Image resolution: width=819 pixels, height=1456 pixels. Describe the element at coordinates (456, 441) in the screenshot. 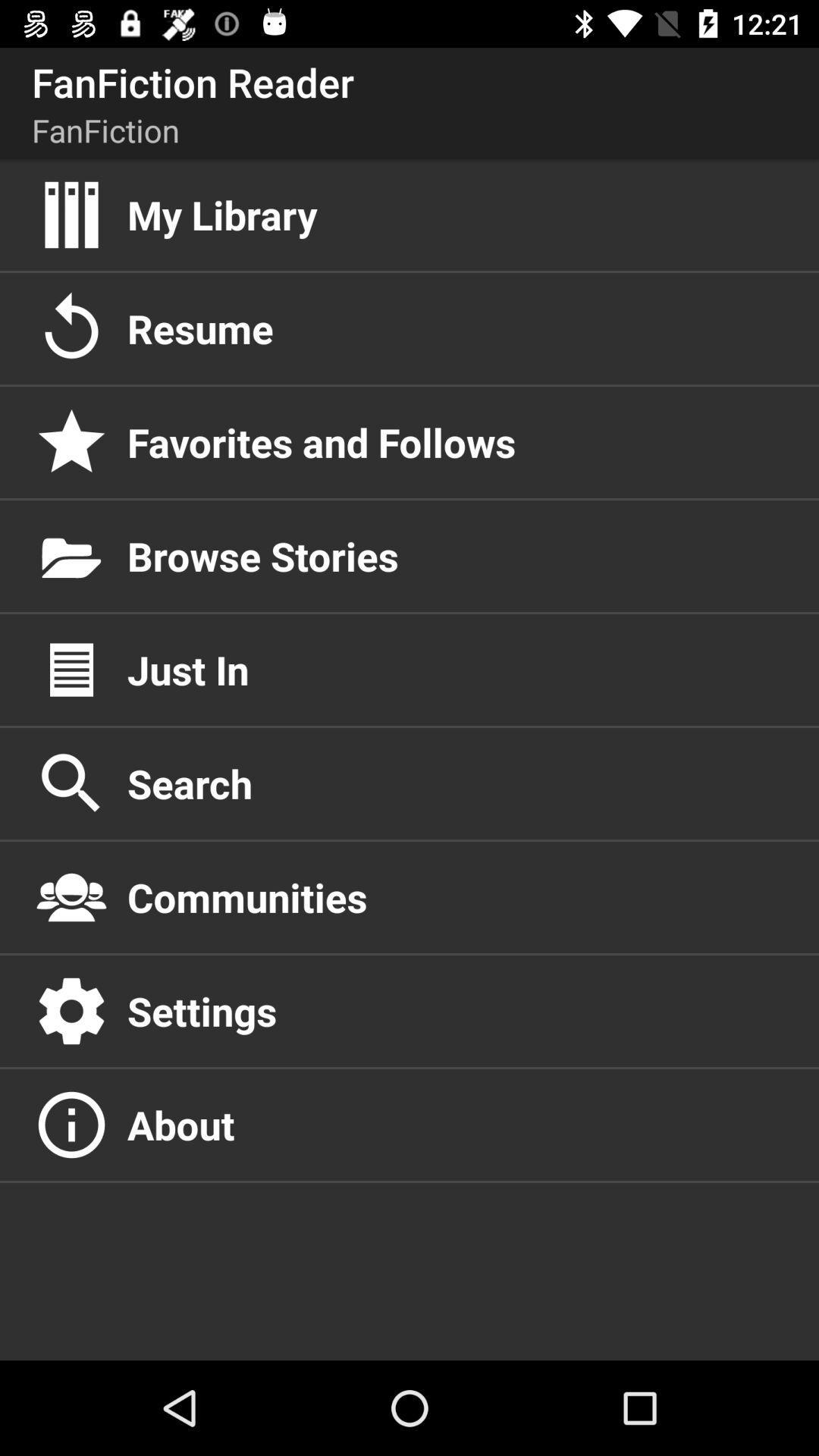

I see `the favorites and follows icon` at that location.